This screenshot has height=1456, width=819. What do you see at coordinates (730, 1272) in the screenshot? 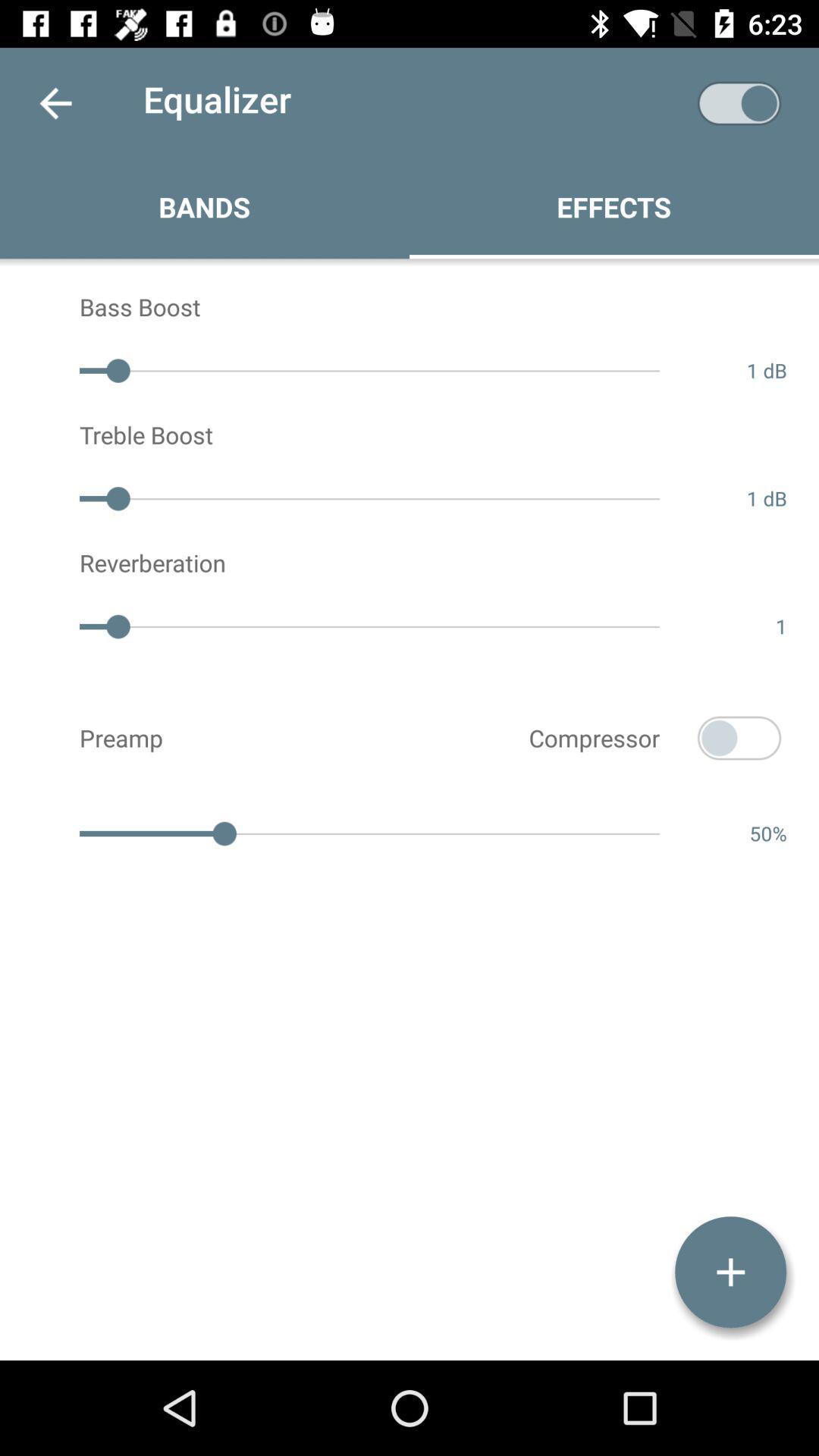
I see `the add icon` at bounding box center [730, 1272].